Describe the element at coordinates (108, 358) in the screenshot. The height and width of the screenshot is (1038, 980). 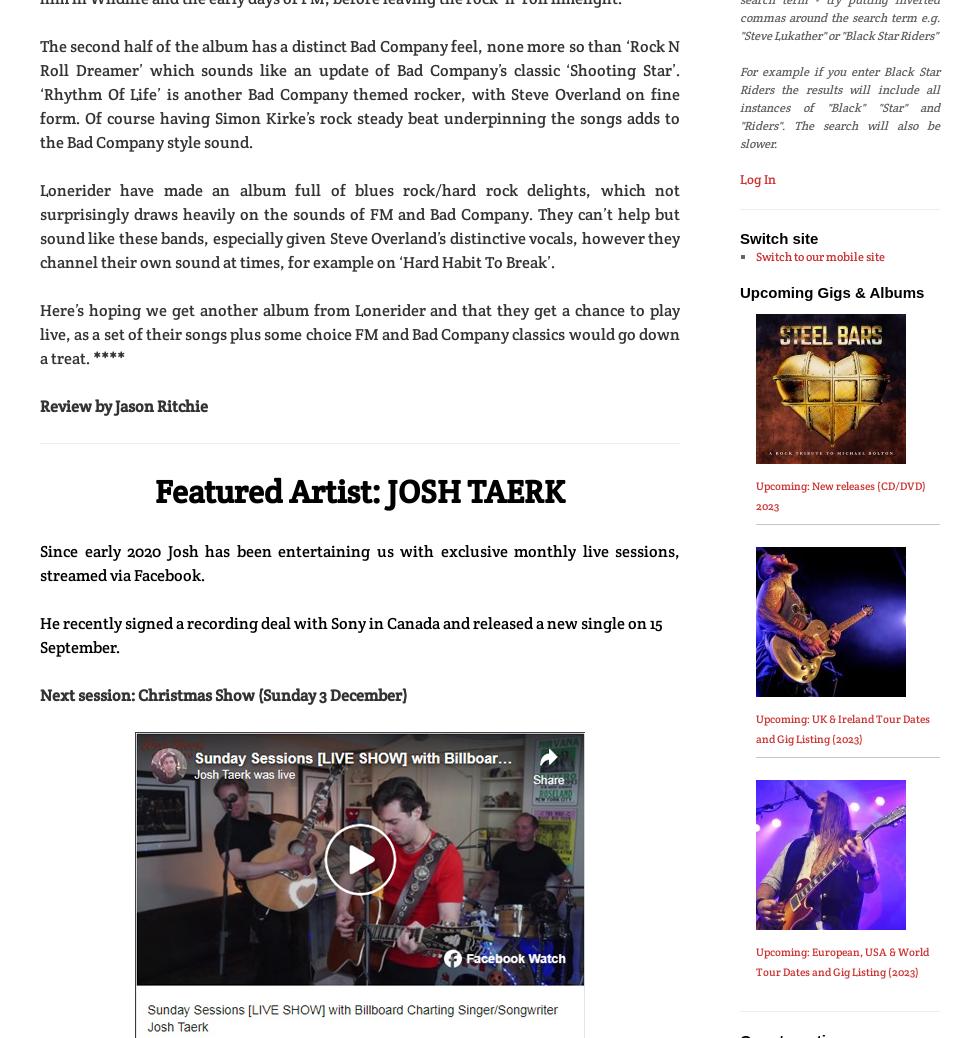
I see `'****'` at that location.